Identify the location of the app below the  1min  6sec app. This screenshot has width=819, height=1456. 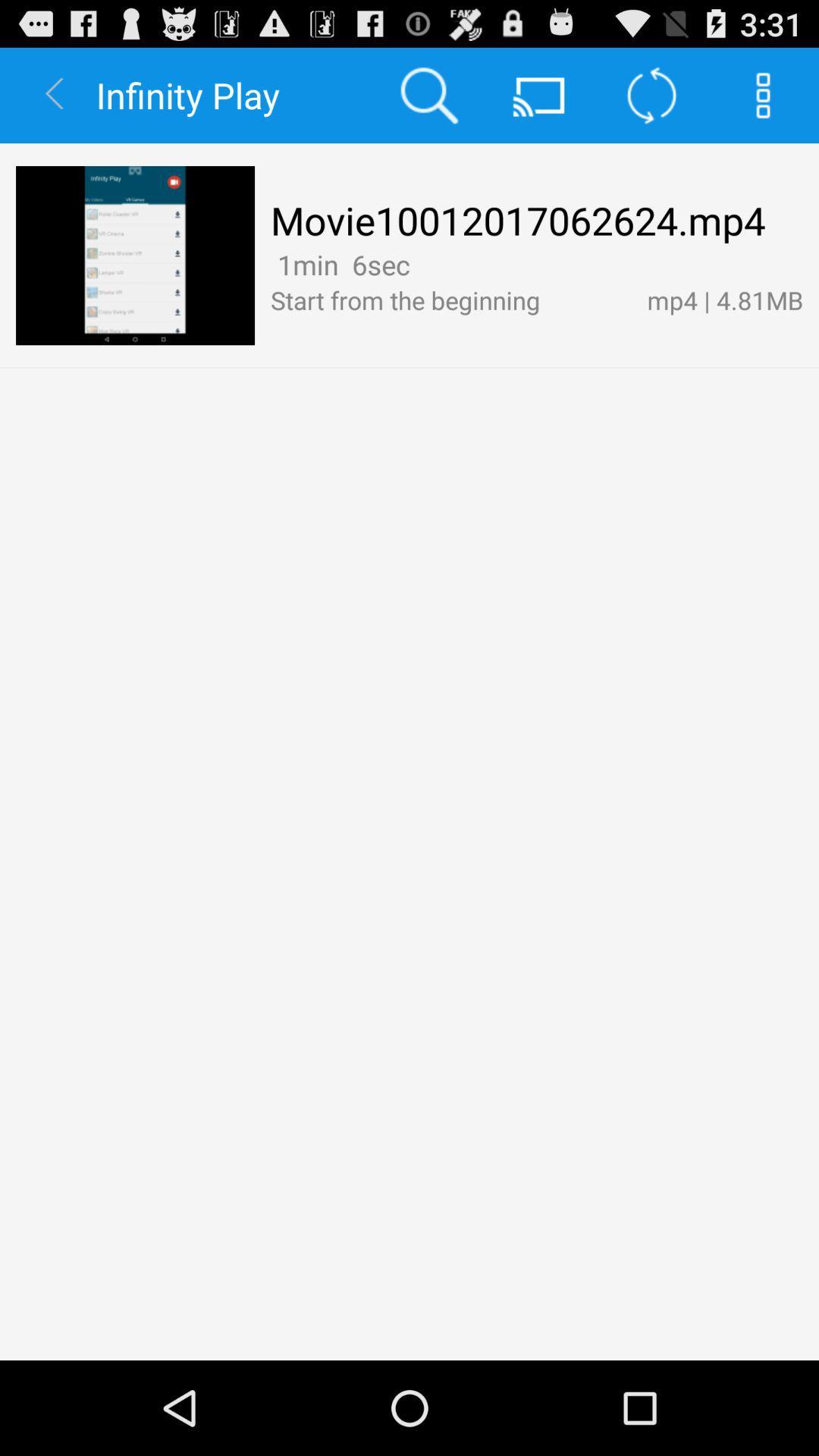
(450, 300).